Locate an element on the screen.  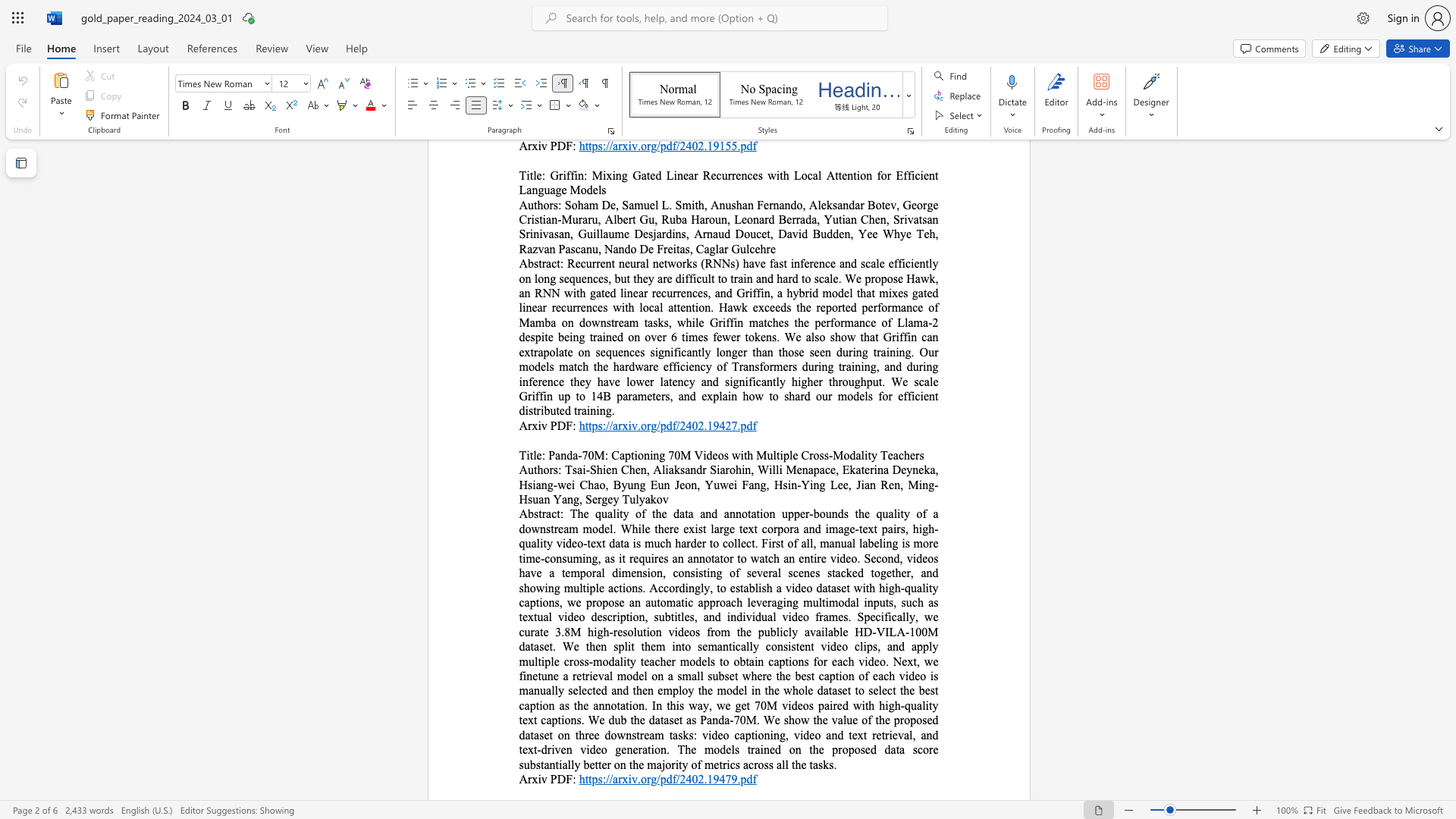
the subset text "tract" within the text "Abstract:" is located at coordinates (538, 513).